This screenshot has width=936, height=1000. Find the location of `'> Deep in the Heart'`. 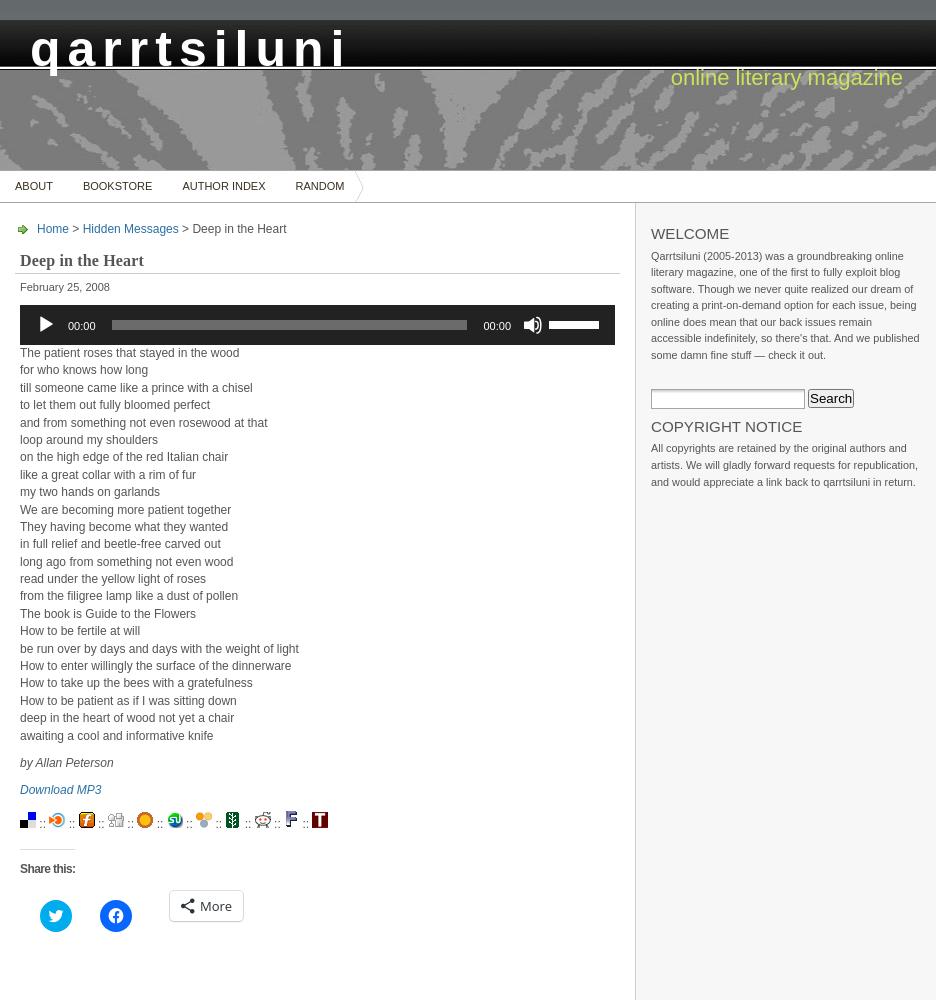

'> Deep in the Heart' is located at coordinates (177, 228).